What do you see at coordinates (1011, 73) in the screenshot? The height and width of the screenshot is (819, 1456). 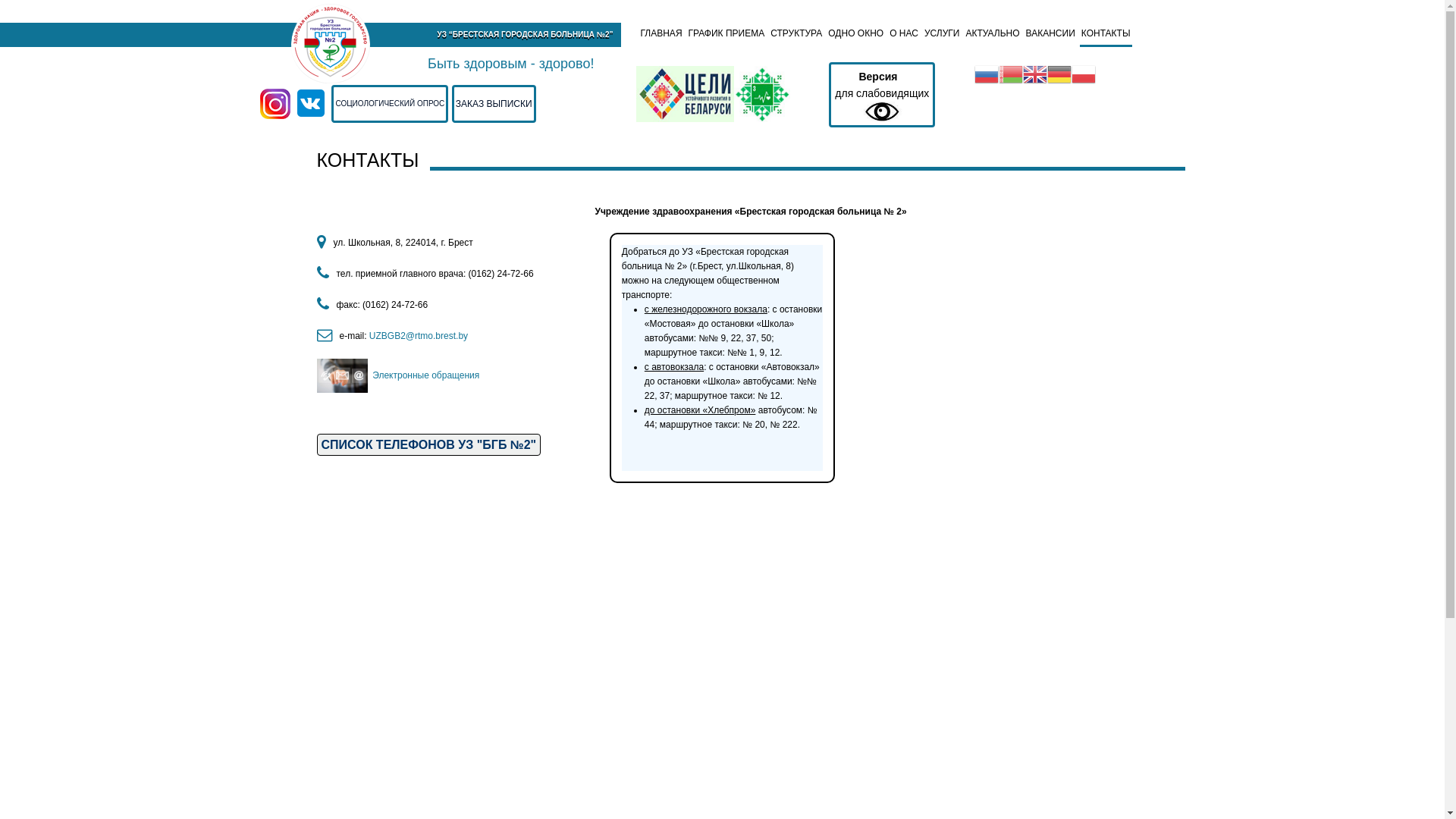 I see `'Belarusian'` at bounding box center [1011, 73].